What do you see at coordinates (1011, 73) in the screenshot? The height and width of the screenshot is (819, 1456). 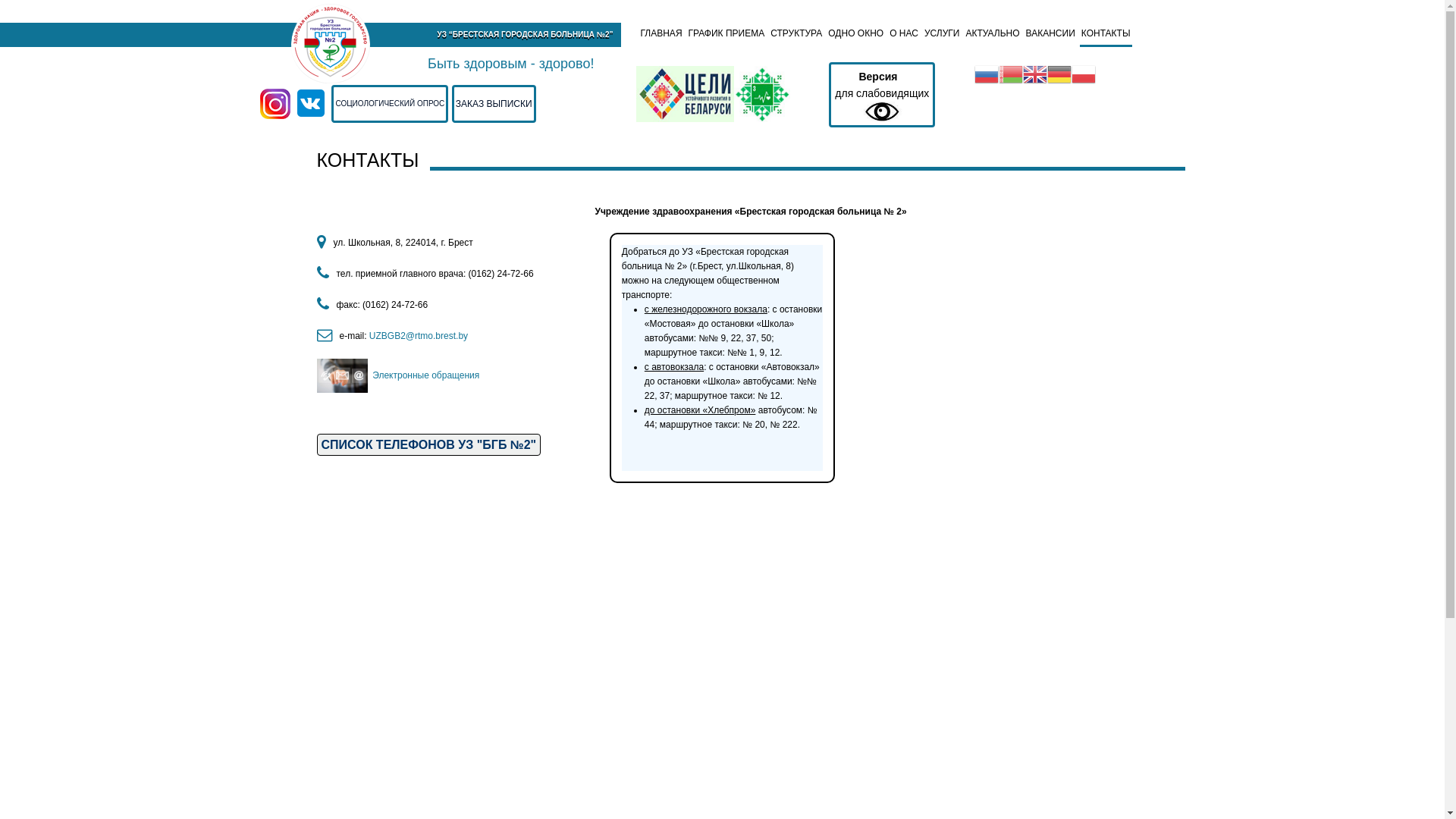 I see `'Belarusian'` at bounding box center [1011, 73].